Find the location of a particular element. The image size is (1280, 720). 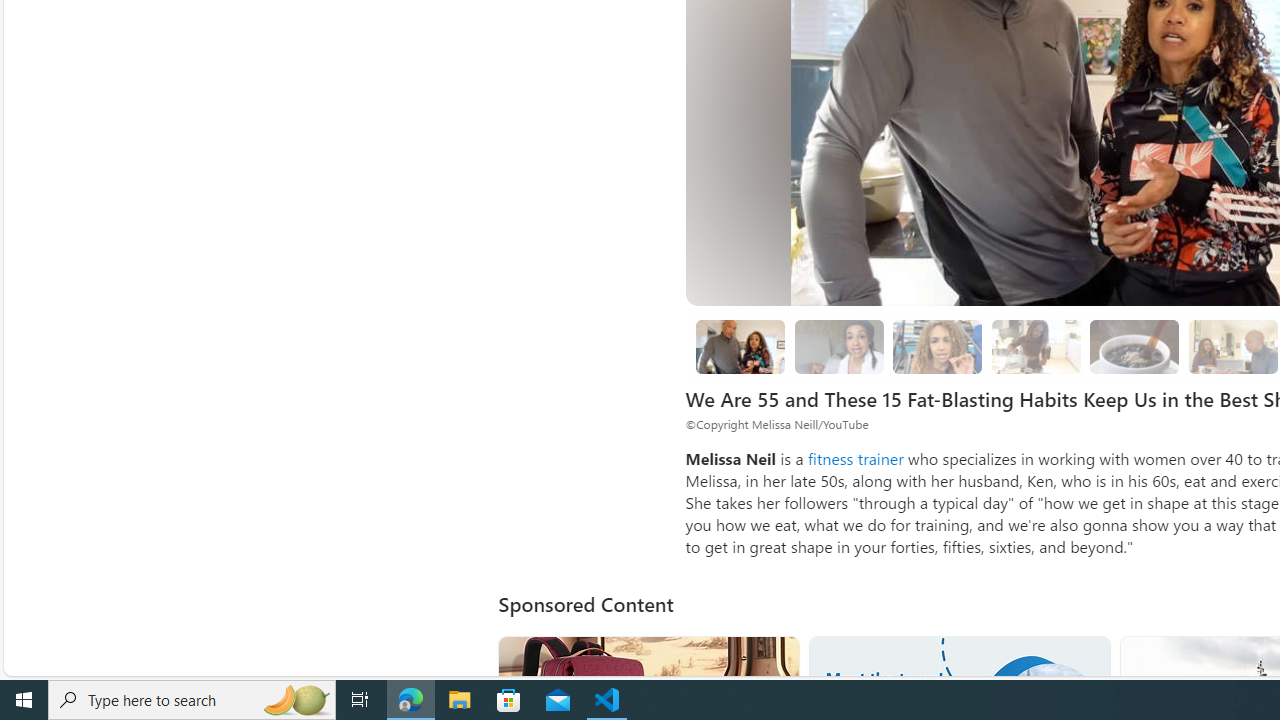

'2 They Use Protein Powder for Flavor' is located at coordinates (937, 345).